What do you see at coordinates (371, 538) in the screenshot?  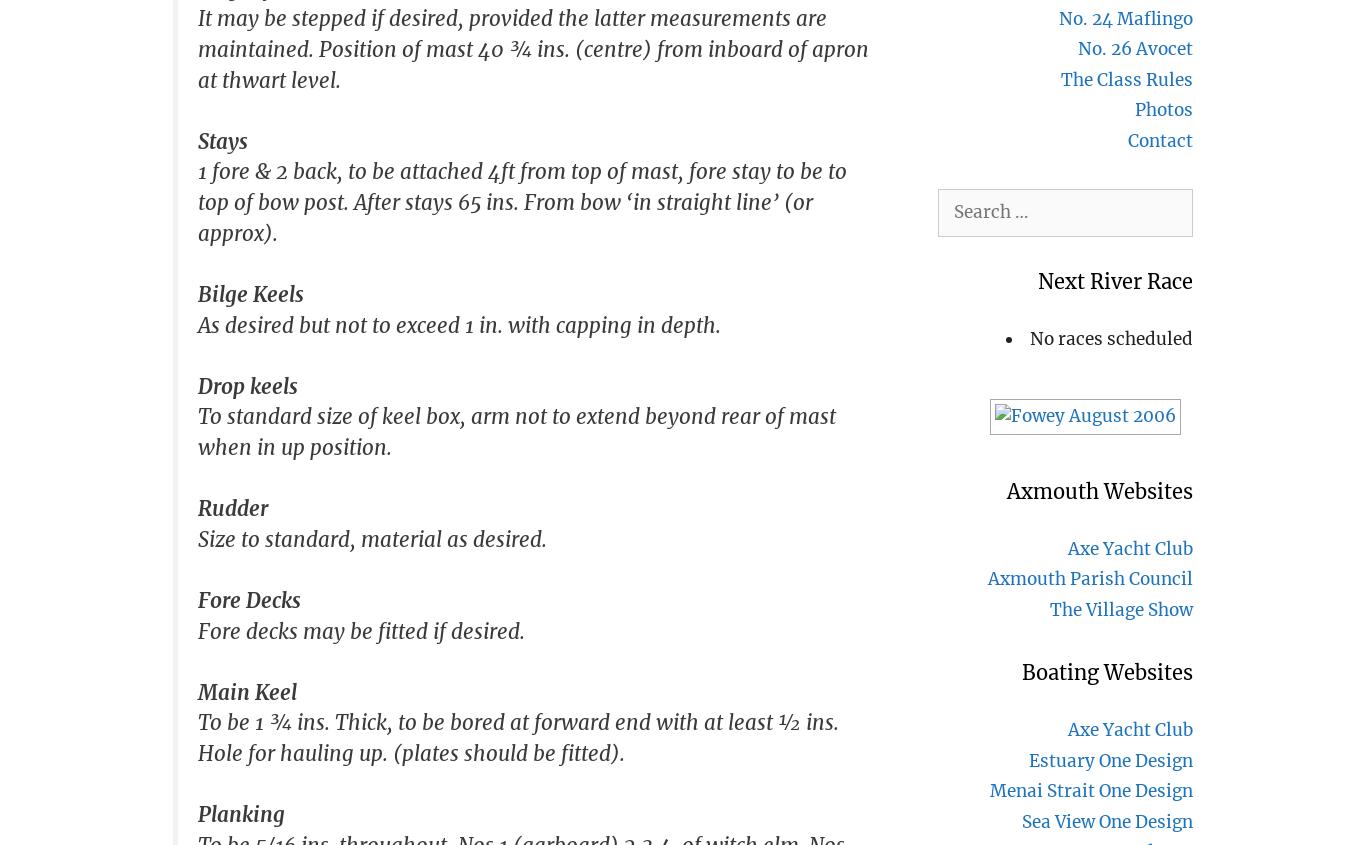 I see `'Size to standard, material as desired.'` at bounding box center [371, 538].